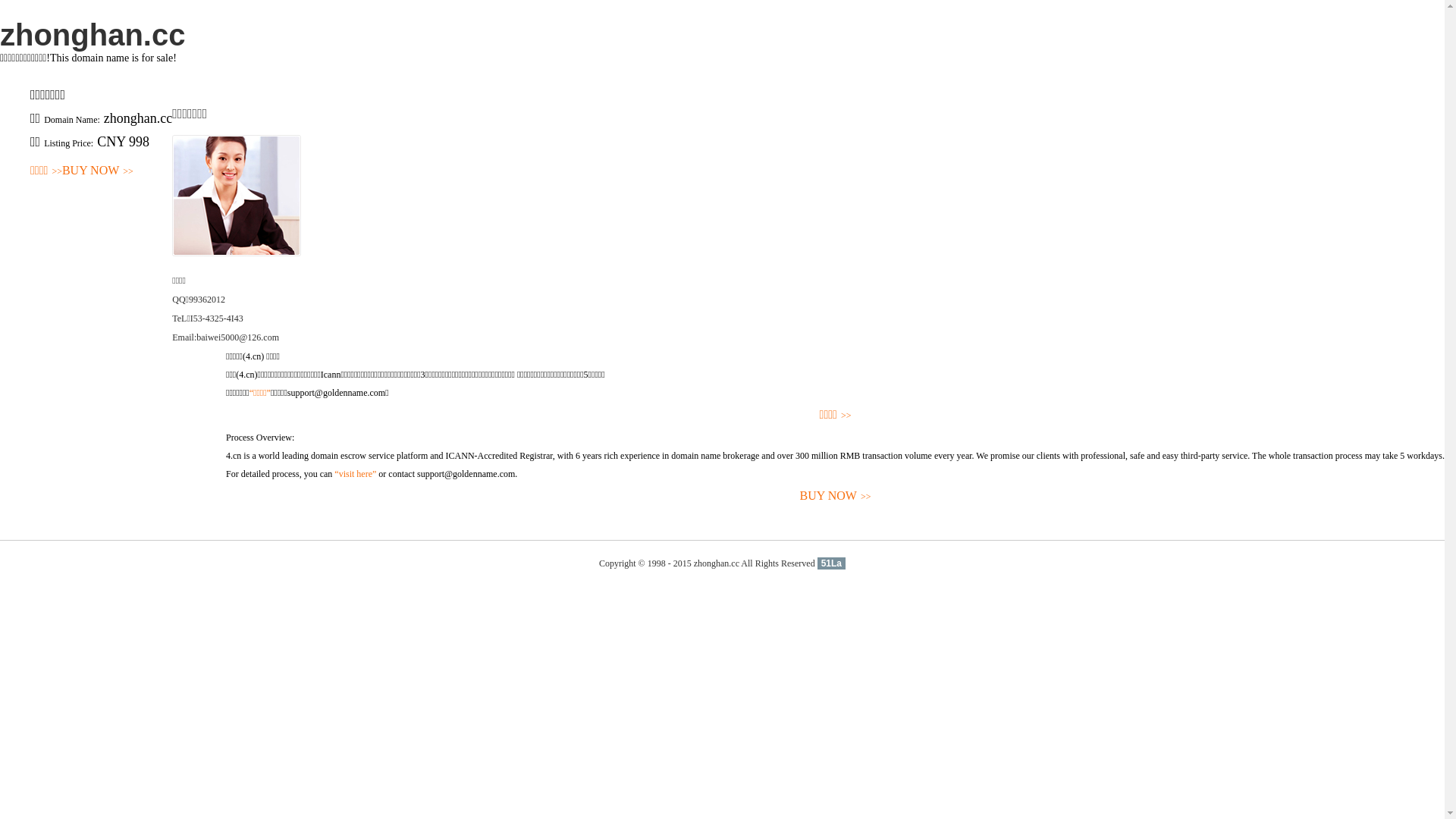 The height and width of the screenshot is (819, 1456). I want to click on 'BUY NOW>>', so click(61, 171).